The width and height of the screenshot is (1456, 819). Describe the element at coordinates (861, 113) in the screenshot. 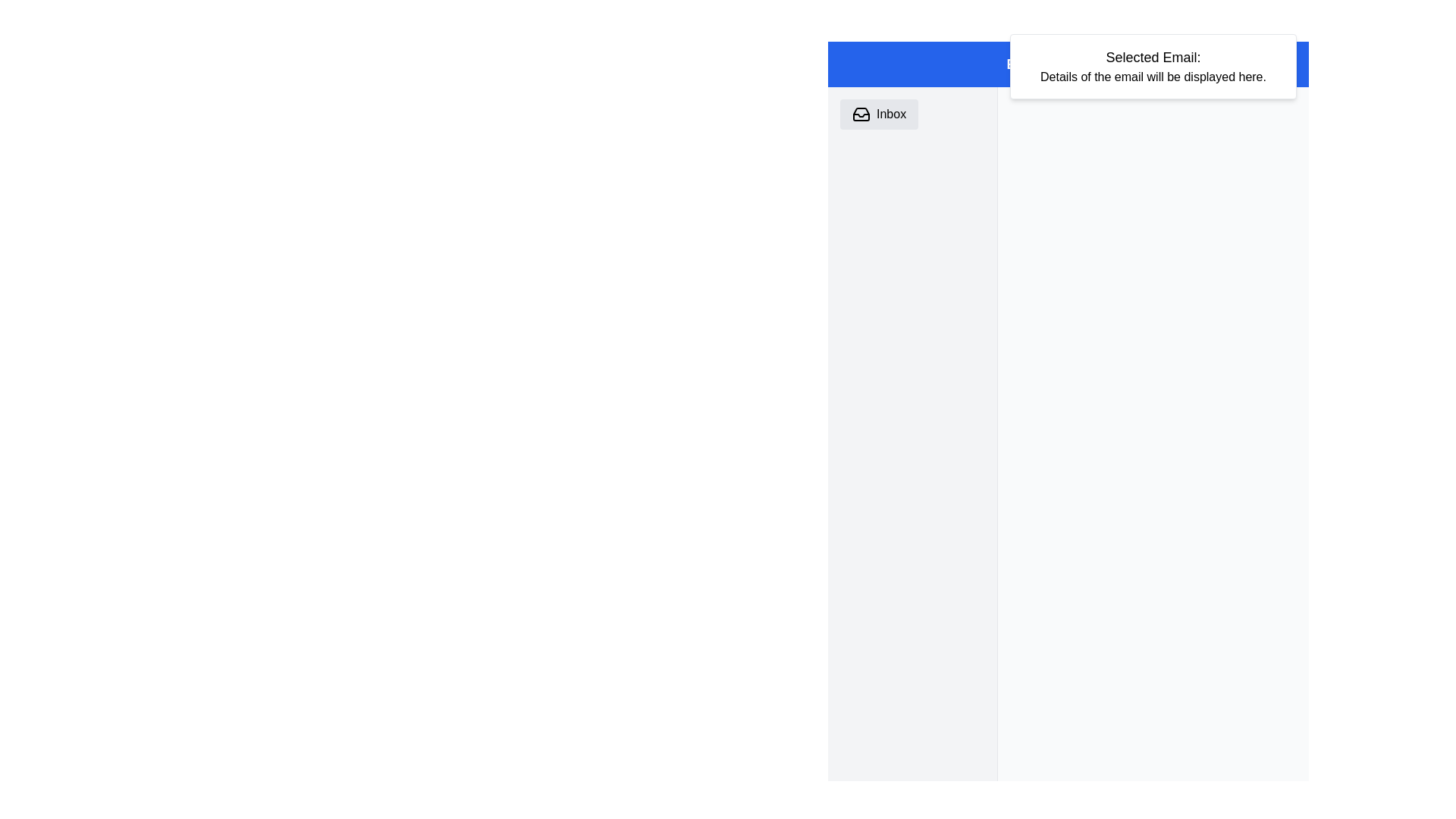

I see `decorative vector graphic of the inbox icon located to the left of the 'Inbox' label in the sidebar area` at that location.